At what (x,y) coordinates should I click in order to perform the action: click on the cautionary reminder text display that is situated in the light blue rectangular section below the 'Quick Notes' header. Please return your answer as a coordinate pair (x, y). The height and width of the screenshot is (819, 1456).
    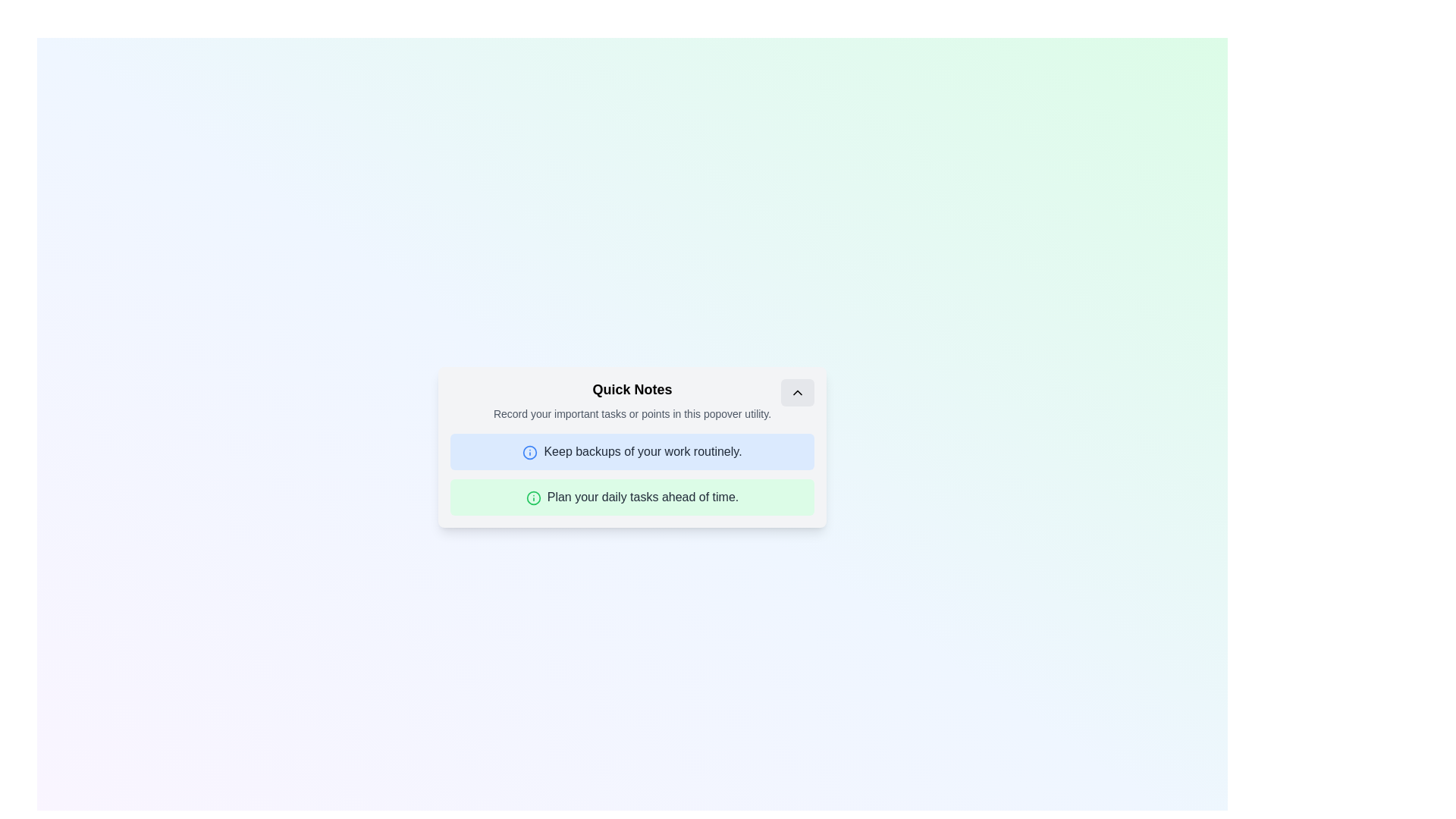
    Looking at the image, I should click on (643, 450).